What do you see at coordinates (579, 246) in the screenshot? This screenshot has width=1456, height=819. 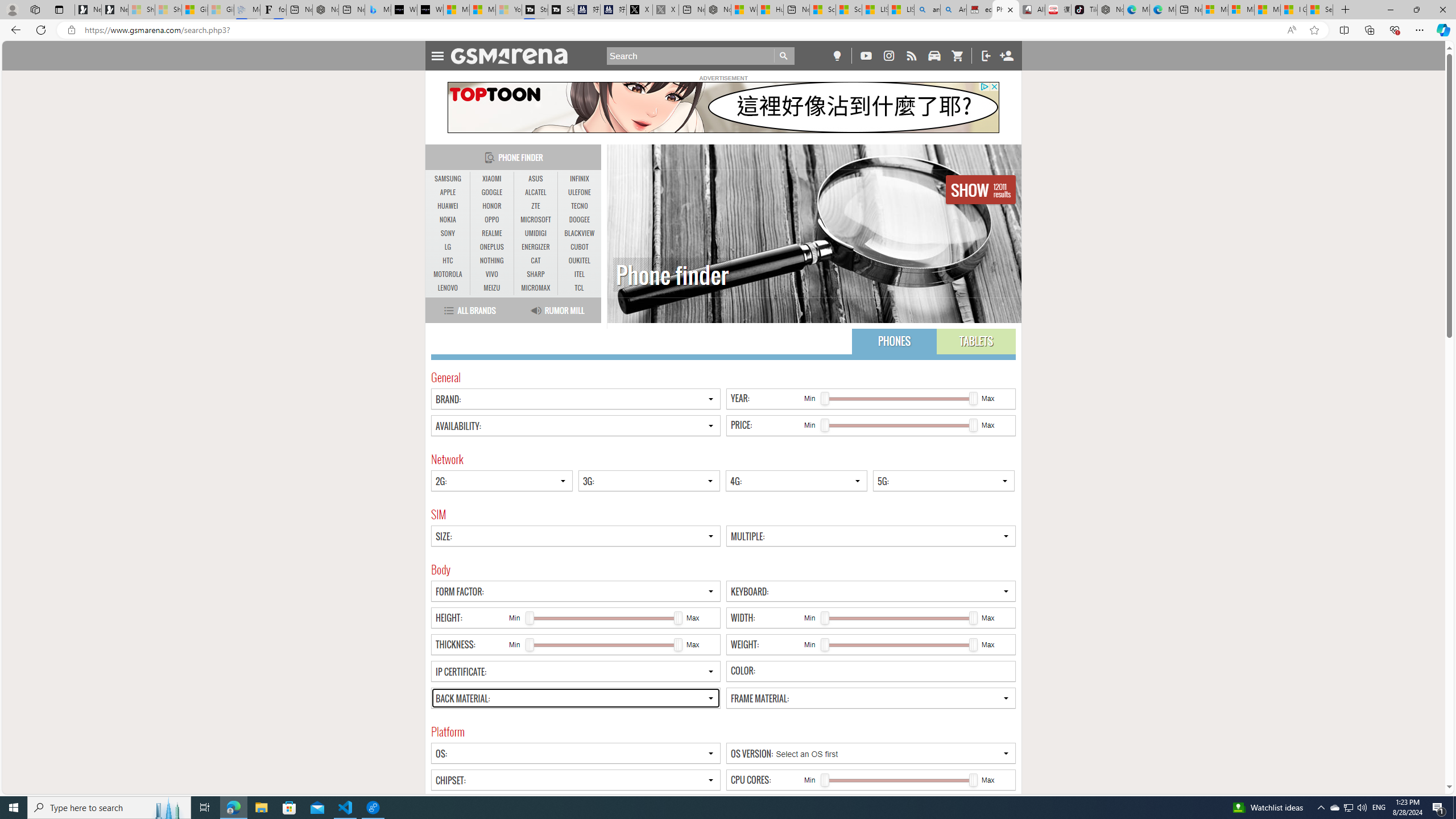 I see `'CUBOT'` at bounding box center [579, 246].